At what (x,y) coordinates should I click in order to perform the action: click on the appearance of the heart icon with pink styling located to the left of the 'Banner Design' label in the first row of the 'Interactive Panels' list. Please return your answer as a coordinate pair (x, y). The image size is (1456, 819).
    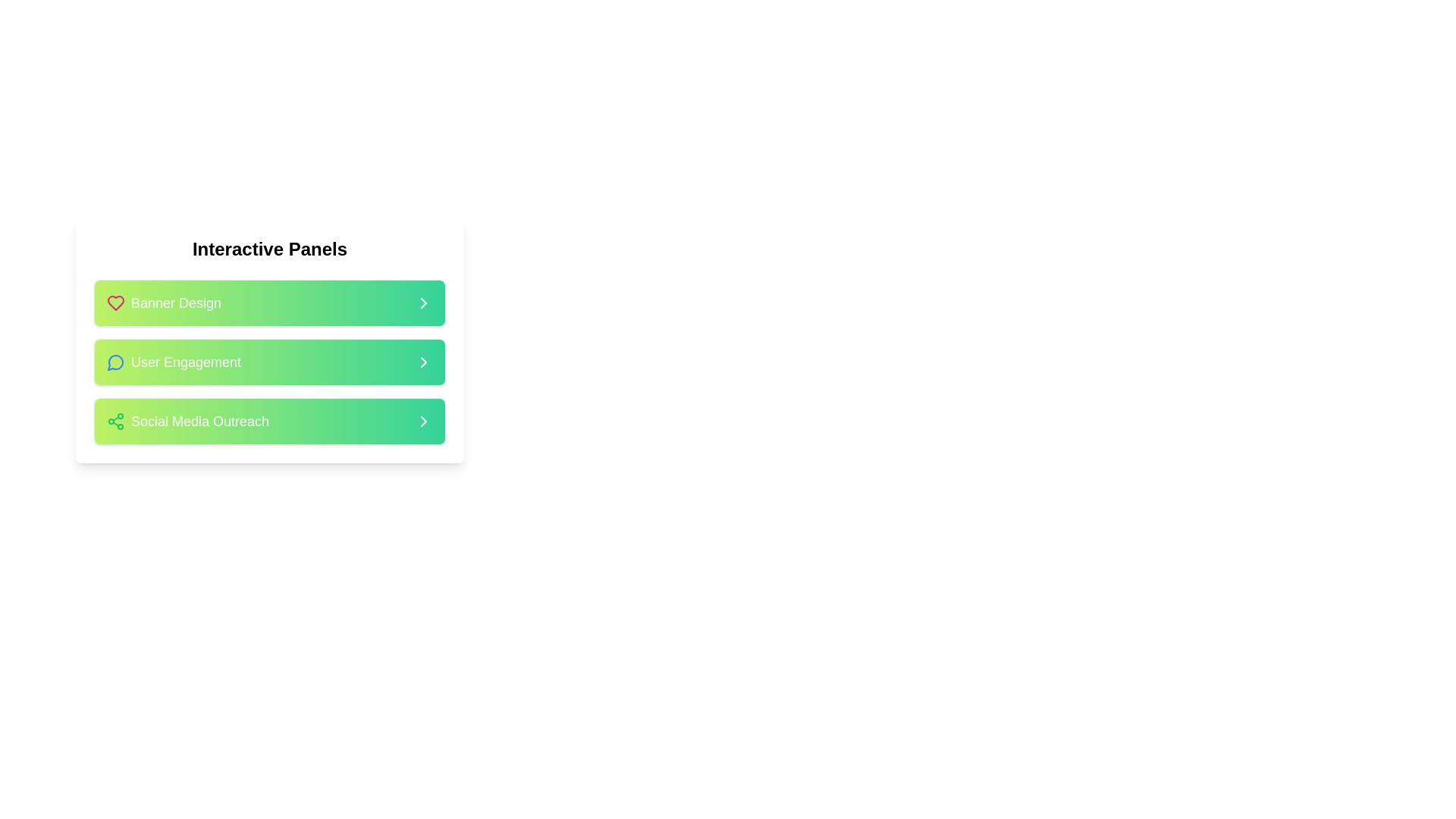
    Looking at the image, I should click on (115, 303).